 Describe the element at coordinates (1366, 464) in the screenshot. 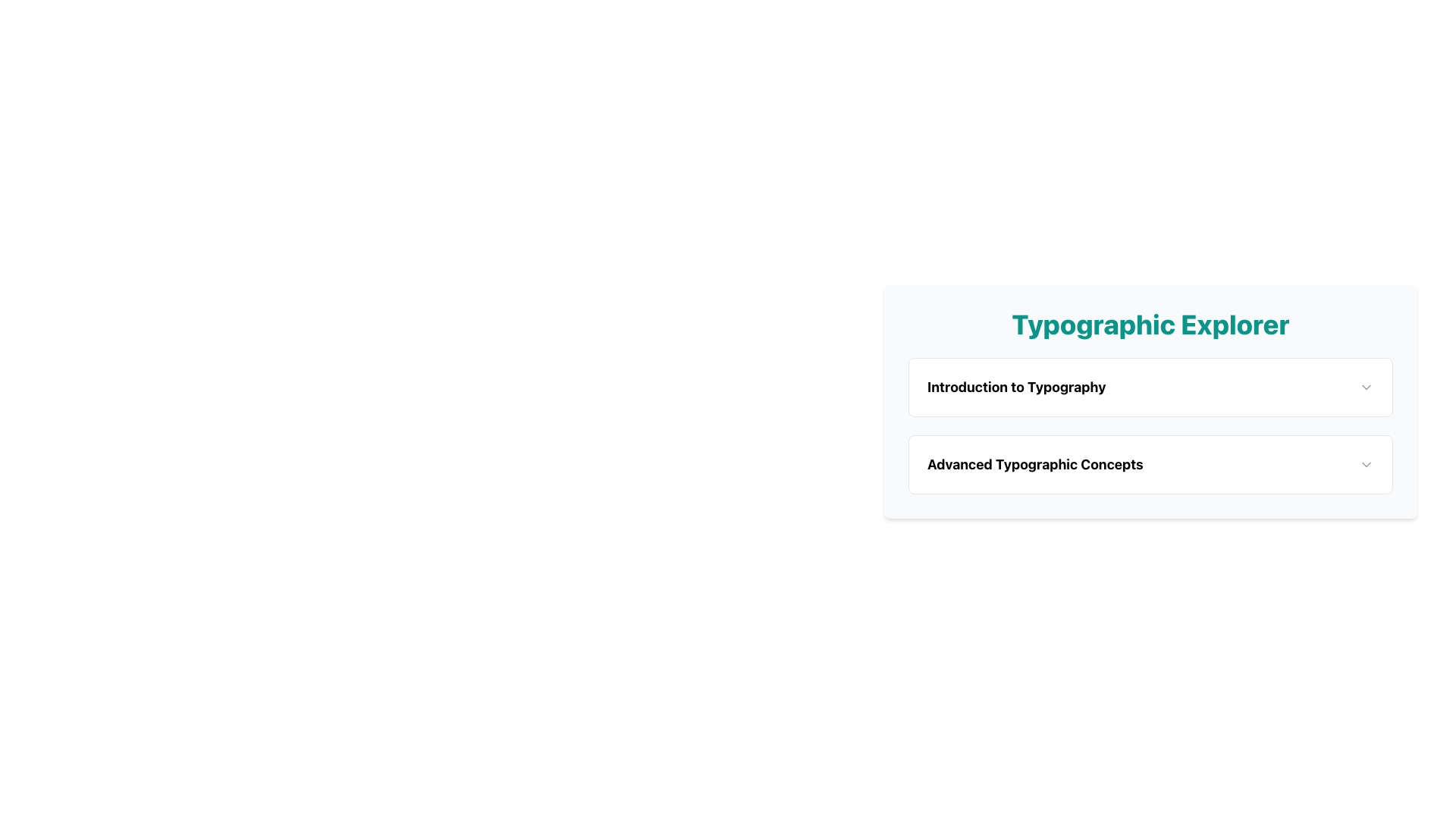

I see `the Dropdown indicator icon located at the right edge of the 'Advanced Typographic Concepts' text to trigger potential visual feedback` at that location.